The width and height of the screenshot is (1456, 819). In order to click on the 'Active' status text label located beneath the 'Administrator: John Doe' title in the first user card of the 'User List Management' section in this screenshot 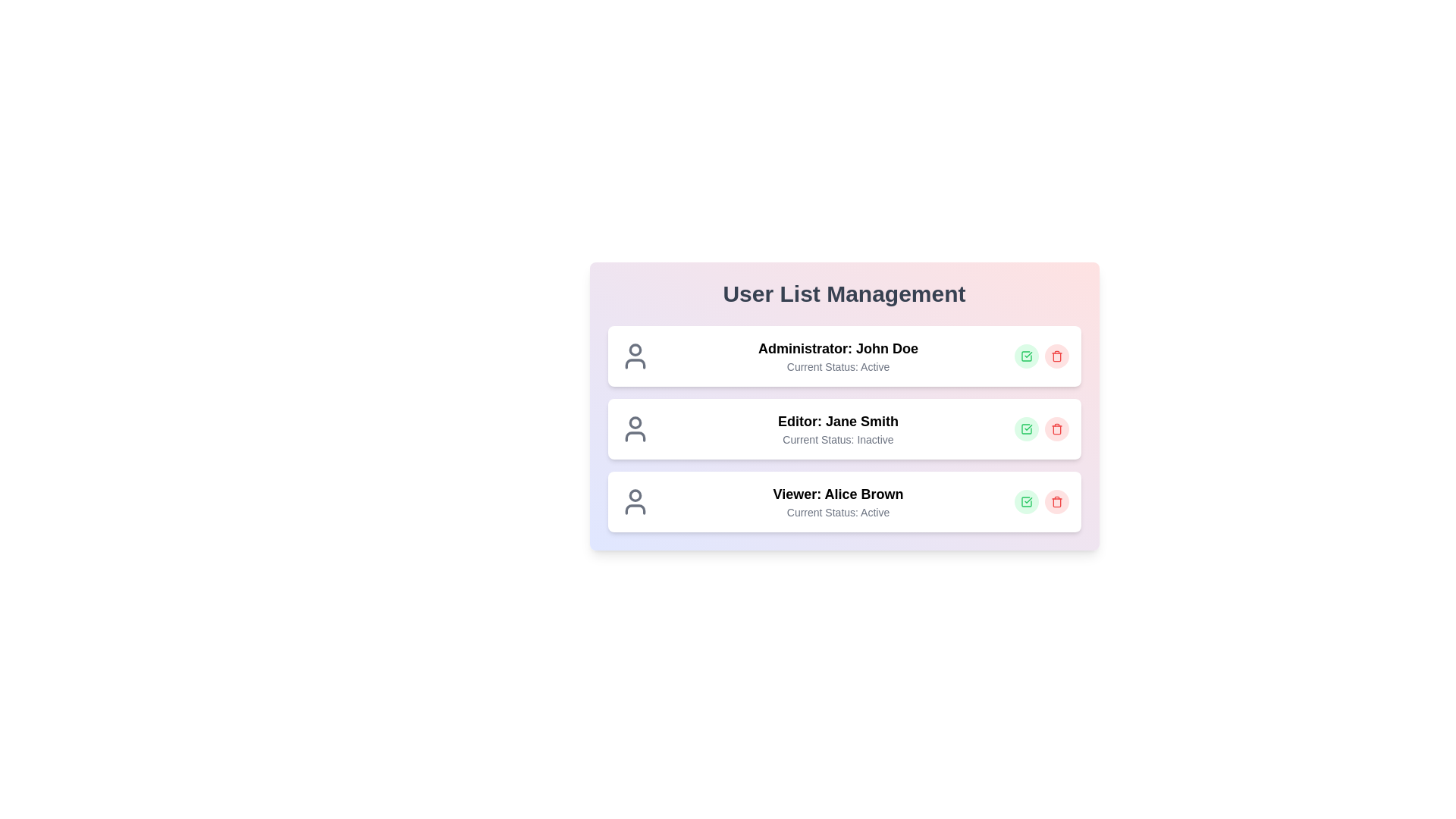, I will do `click(837, 366)`.